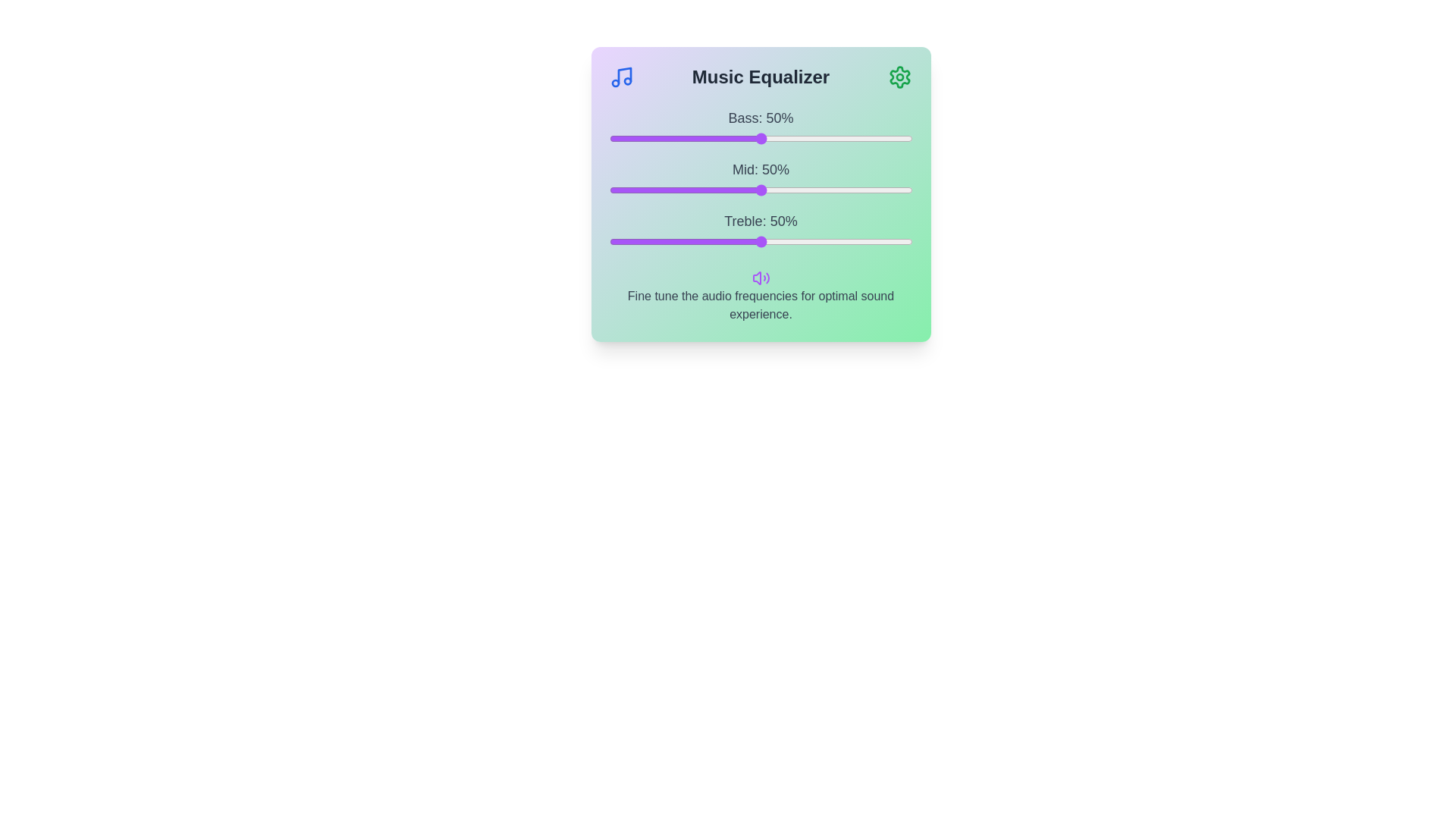 The image size is (1456, 819). I want to click on the mid frequency slider to 10%, so click(639, 189).